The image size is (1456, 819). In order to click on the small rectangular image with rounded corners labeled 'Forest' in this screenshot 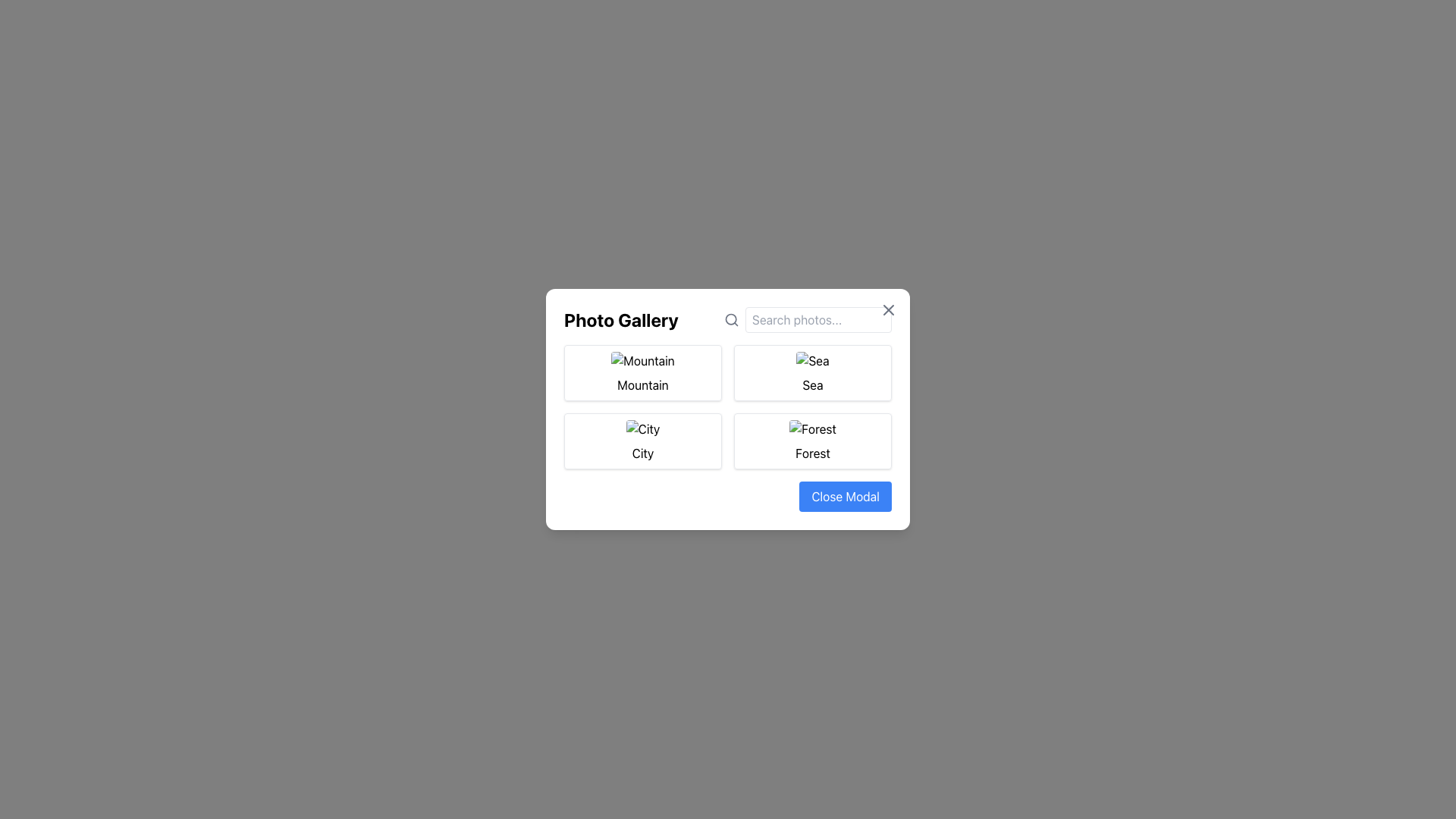, I will do `click(811, 429)`.